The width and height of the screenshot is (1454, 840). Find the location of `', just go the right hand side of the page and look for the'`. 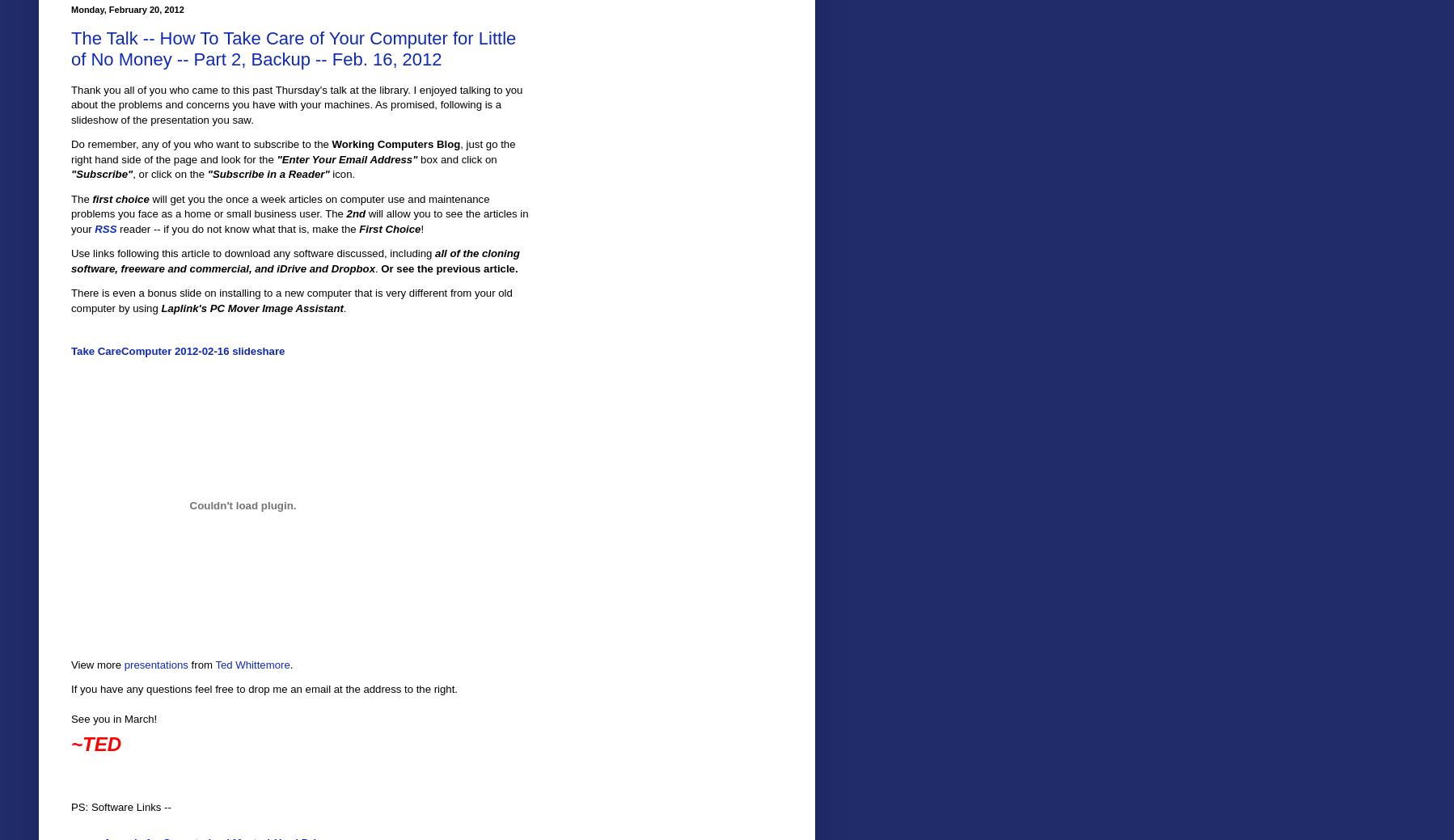

', just go the right hand side of the page and look for the' is located at coordinates (292, 151).